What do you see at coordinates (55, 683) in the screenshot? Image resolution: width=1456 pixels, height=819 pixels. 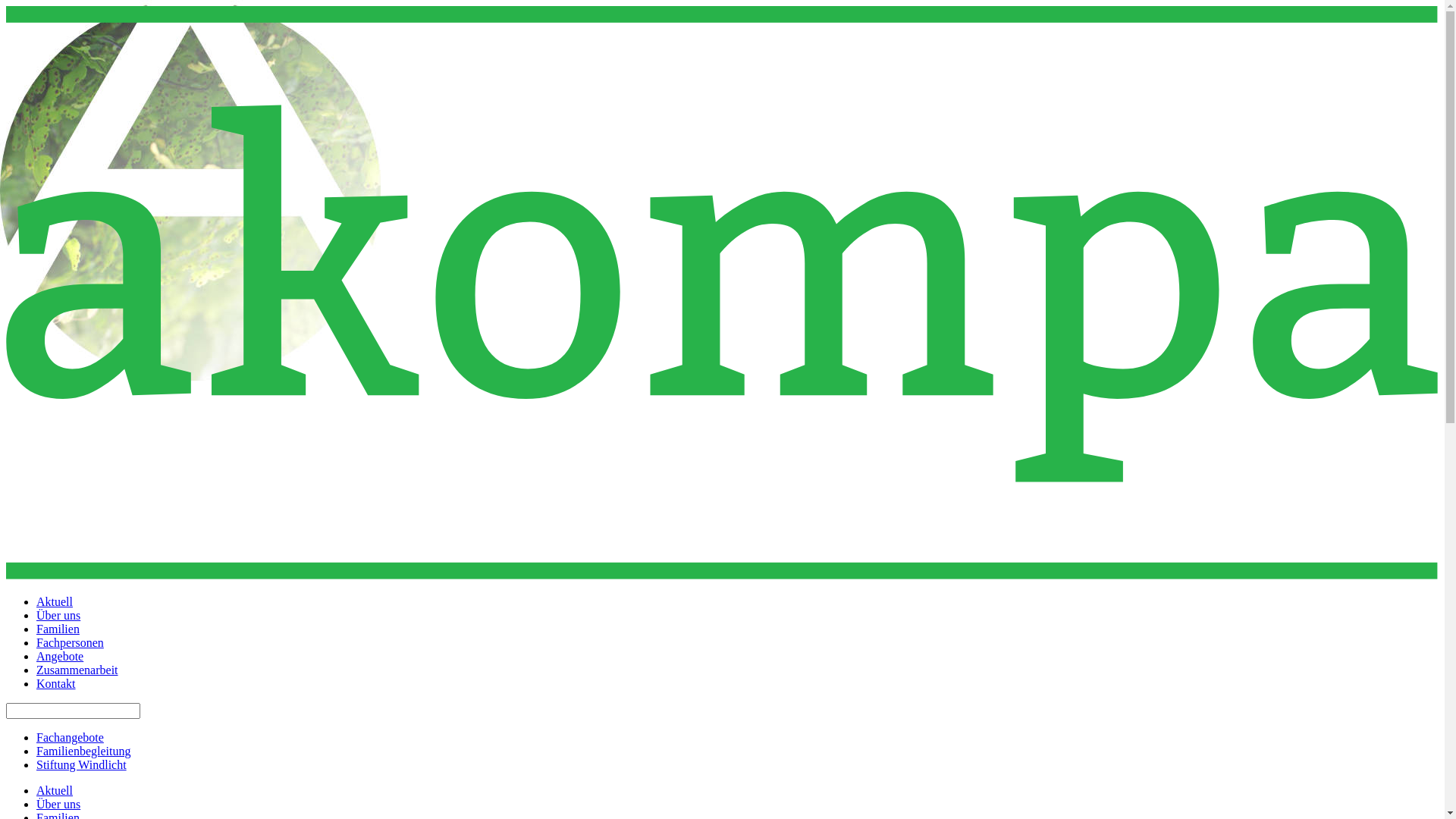 I see `'Kontakt'` at bounding box center [55, 683].